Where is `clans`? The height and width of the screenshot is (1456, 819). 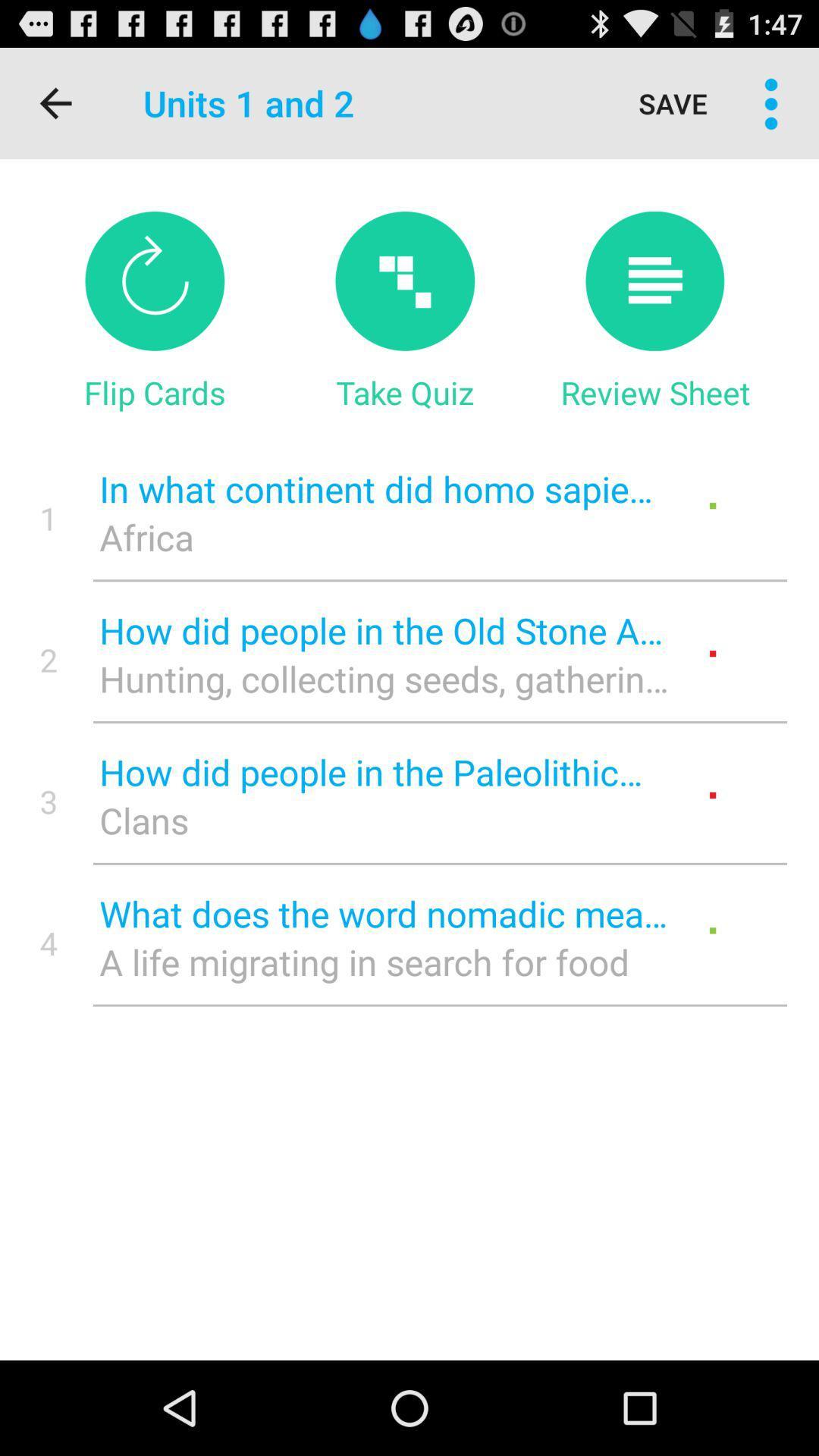
clans is located at coordinates (383, 819).